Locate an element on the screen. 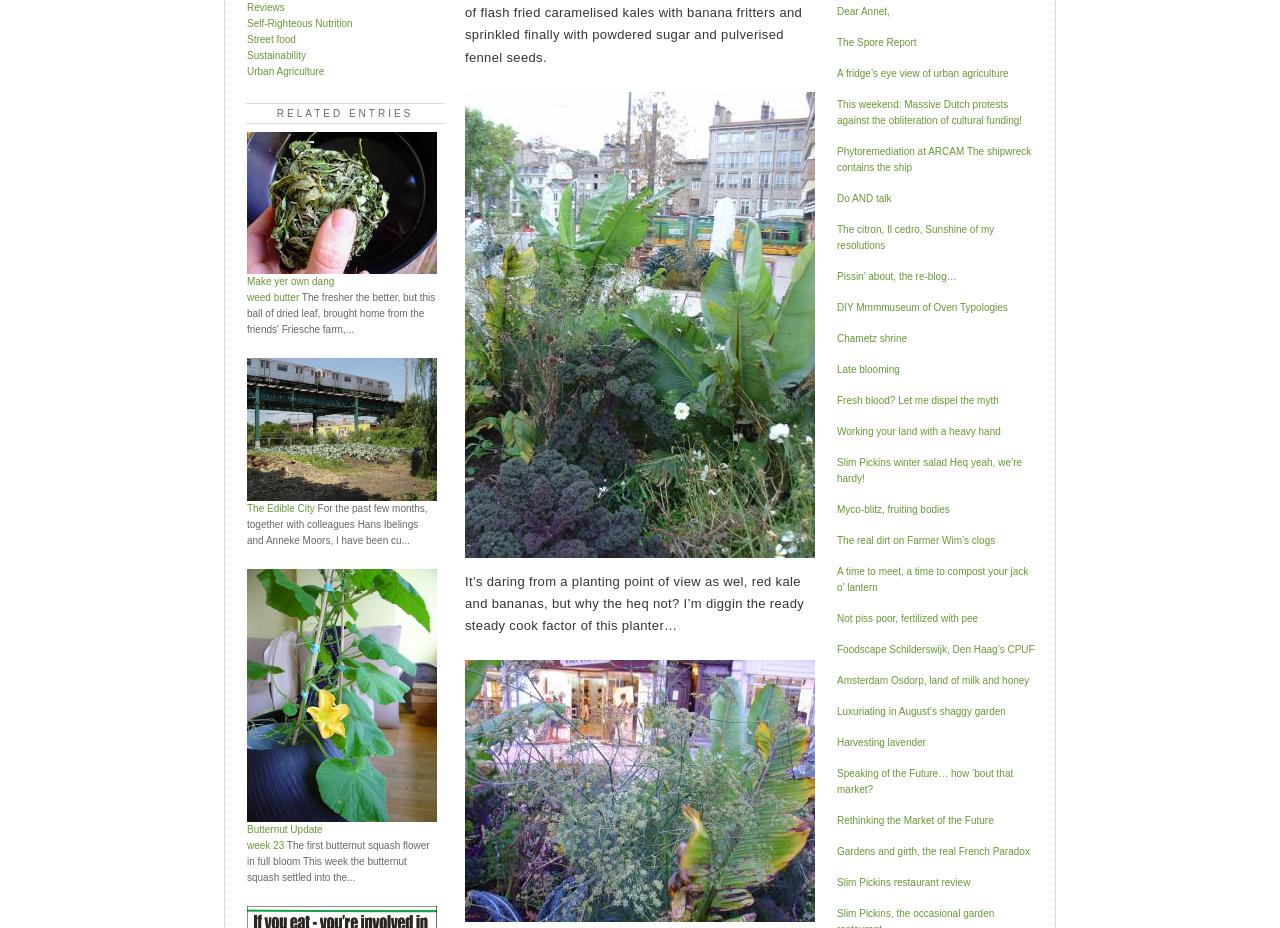 This screenshot has height=928, width=1280. 'The first butternut squash flower in full bloom

This week the butternut squash settled into the...' is located at coordinates (338, 860).